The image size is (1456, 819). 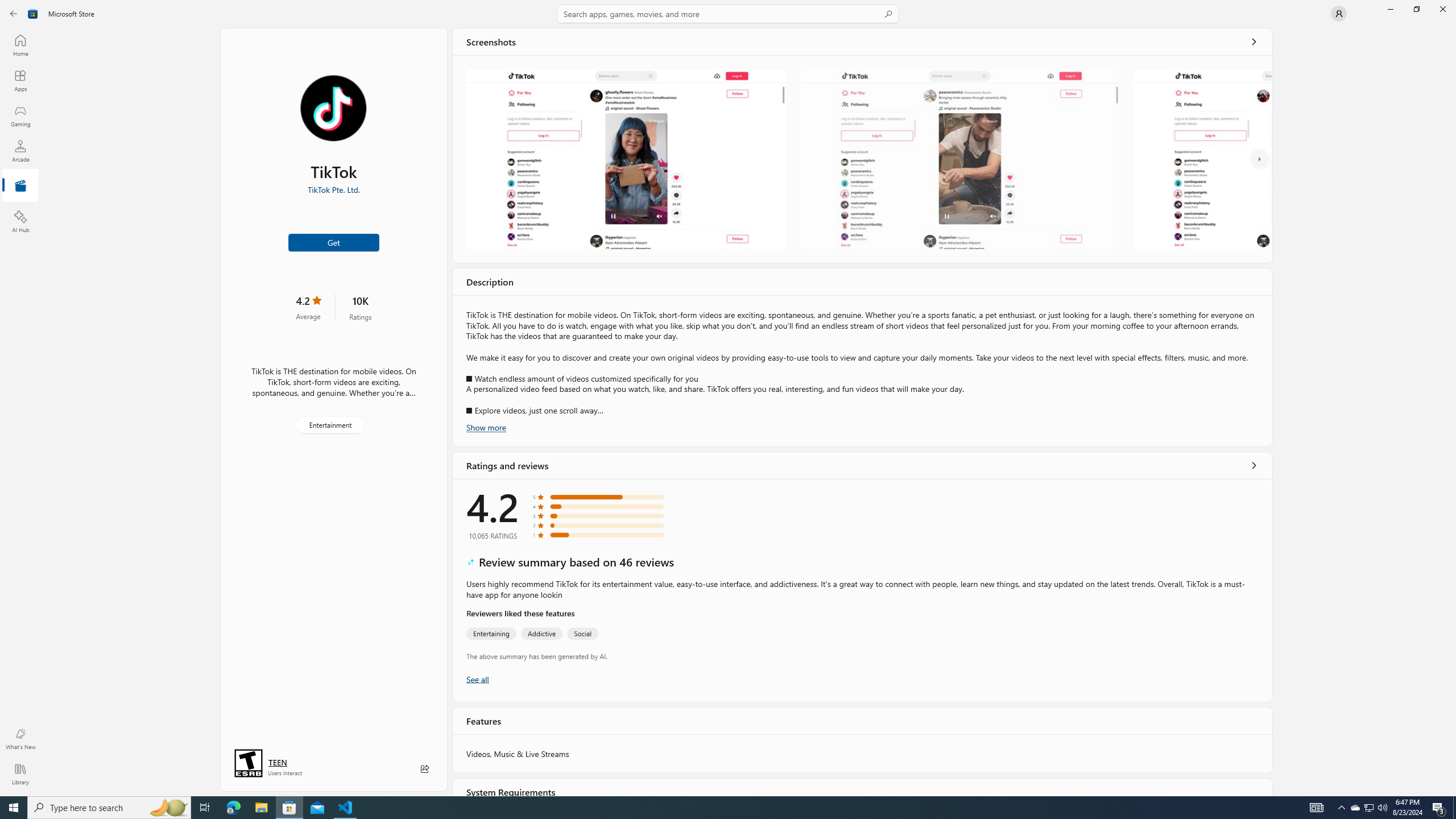 What do you see at coordinates (19, 80) in the screenshot?
I see `'Apps'` at bounding box center [19, 80].